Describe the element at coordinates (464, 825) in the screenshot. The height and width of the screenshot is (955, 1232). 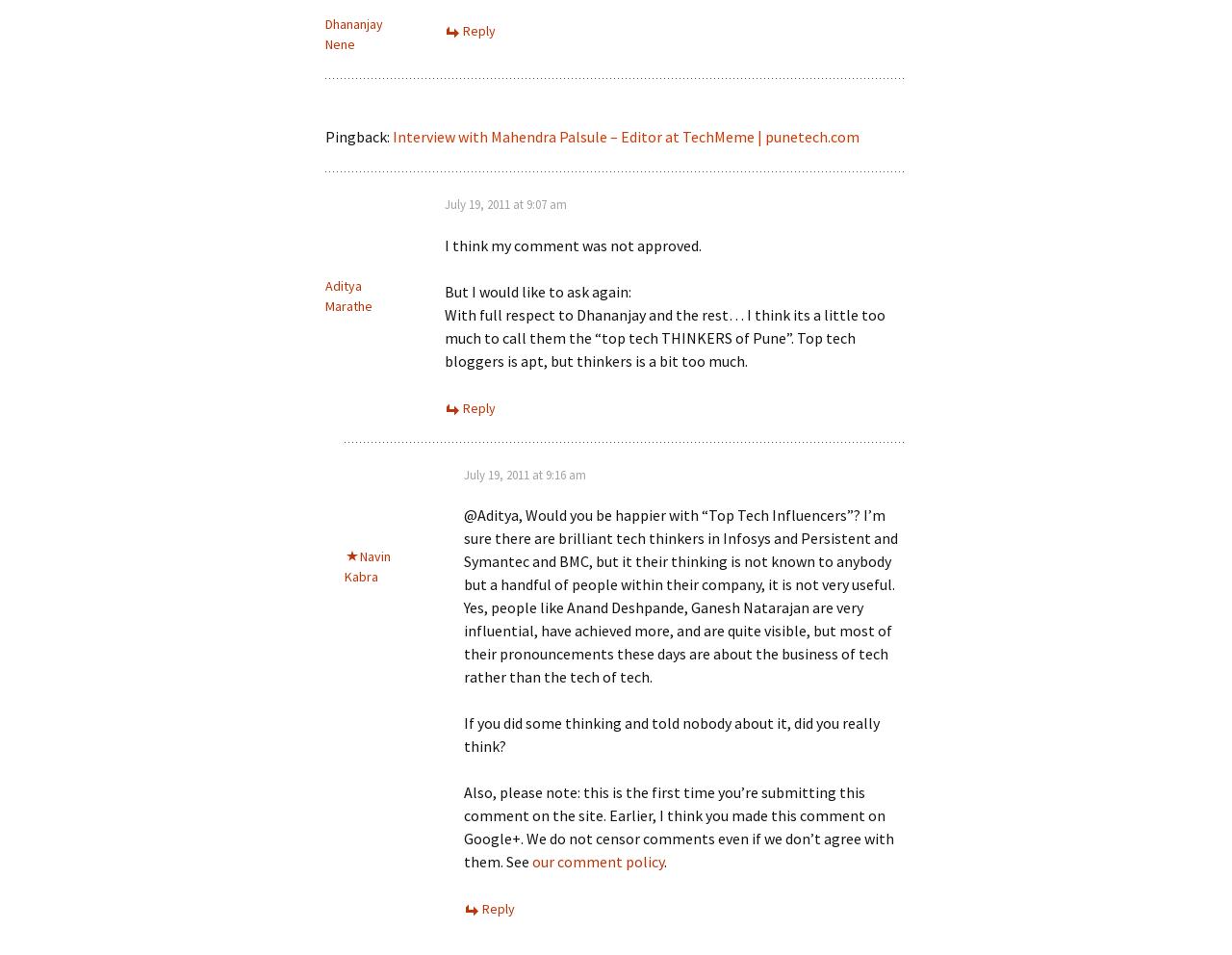
I see `'Also, please note: this is the first time you’re submitting this comment on the site. Earlier, I think you made this comment on Google+. We do not censor comments even if we don’t agree with them. See'` at that location.